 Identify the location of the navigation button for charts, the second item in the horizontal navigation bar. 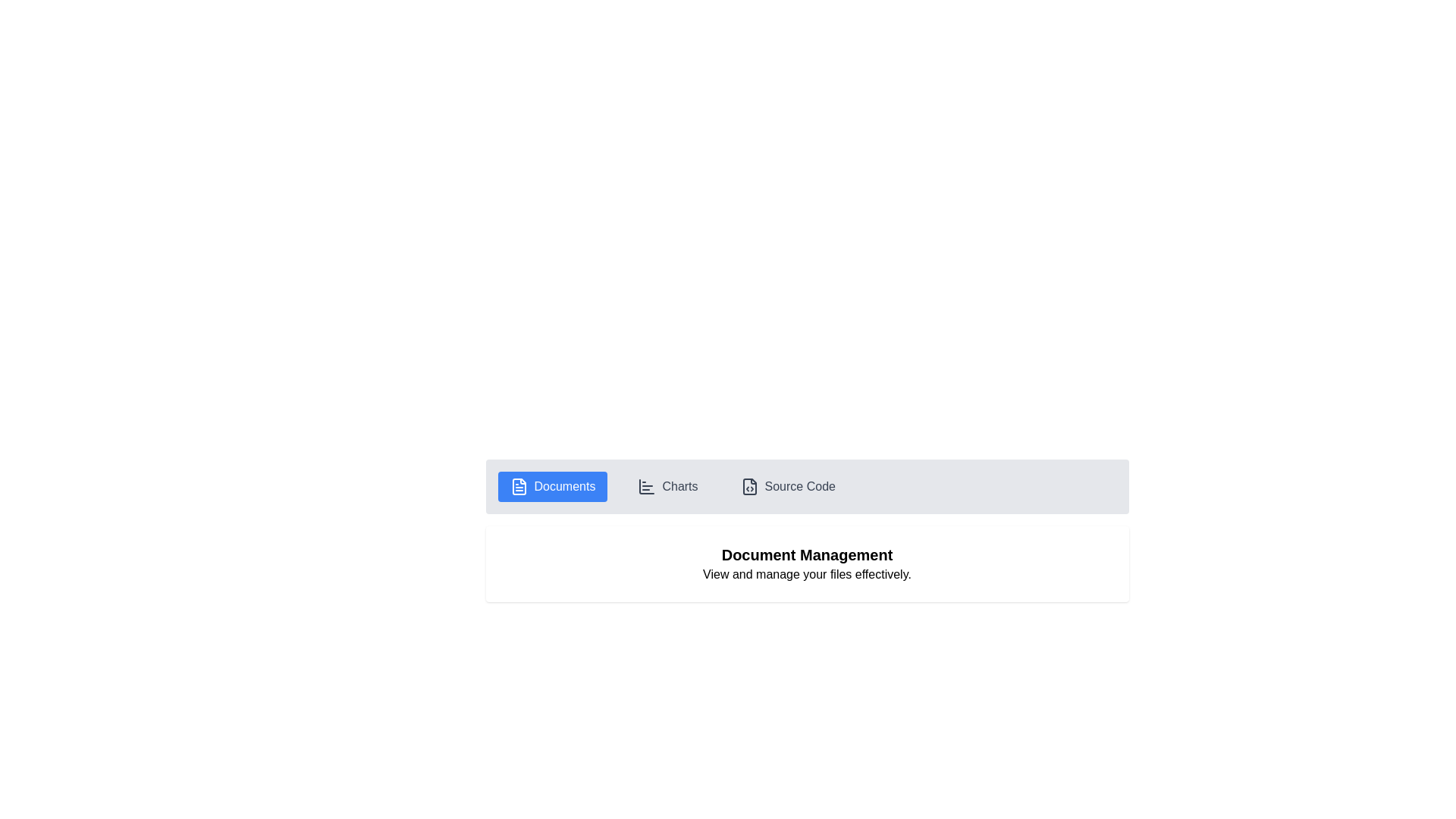
(667, 486).